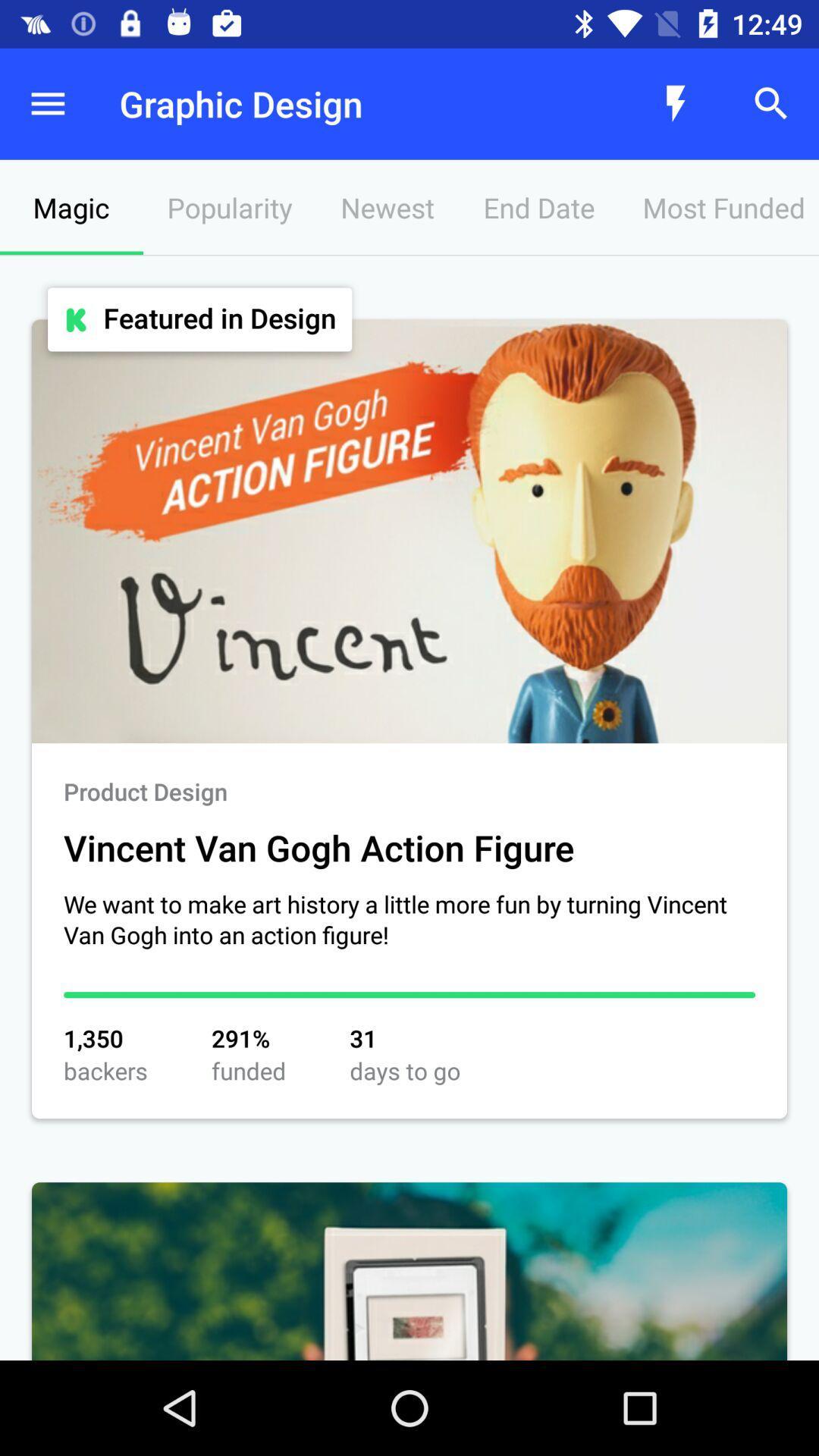  What do you see at coordinates (46, 103) in the screenshot?
I see `item next to the graphic design` at bounding box center [46, 103].